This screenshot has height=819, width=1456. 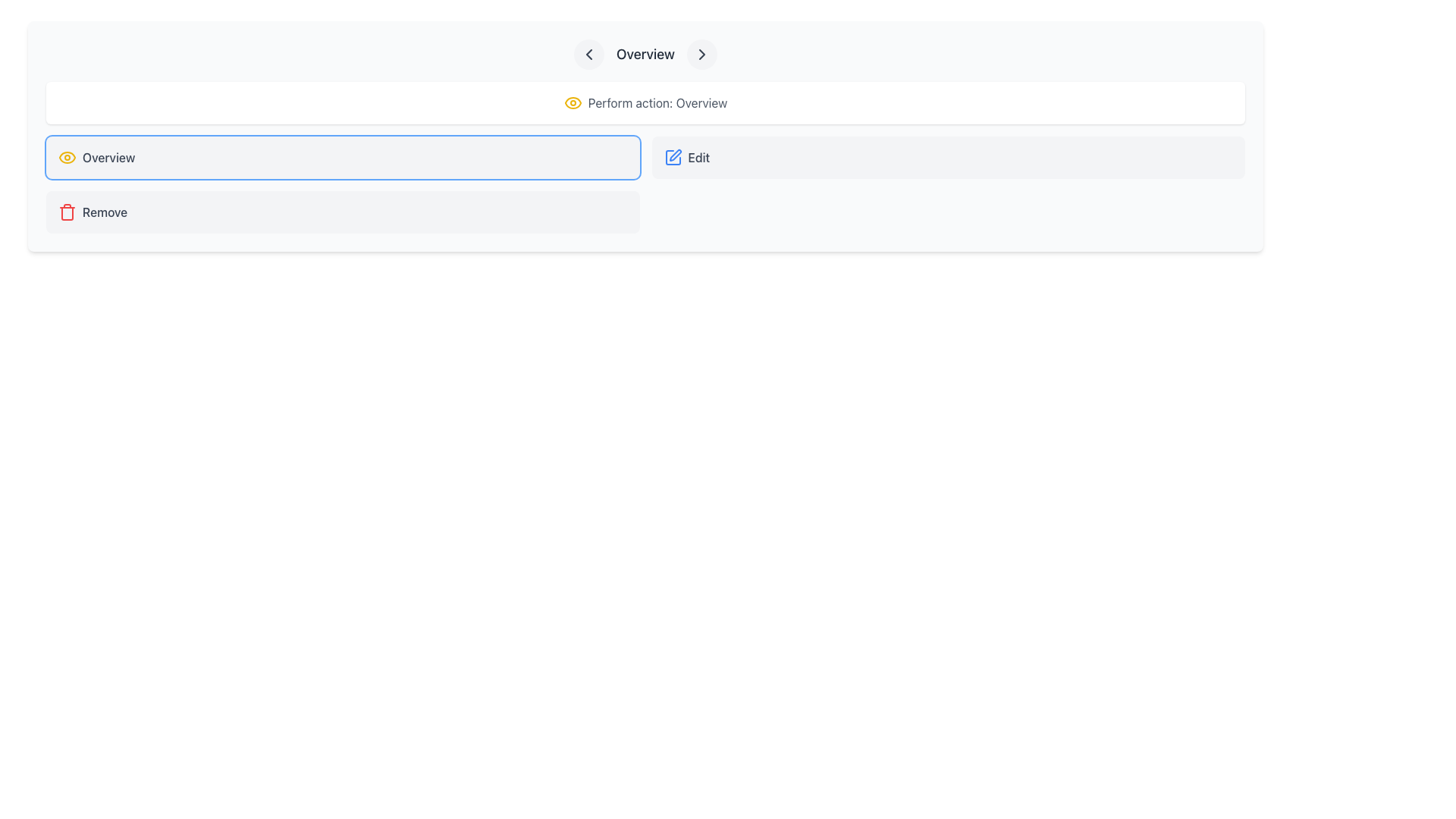 I want to click on the Chevron Navigation icon located at the top right of the interface, adjacent to the 'Overview' text label, so click(x=701, y=54).